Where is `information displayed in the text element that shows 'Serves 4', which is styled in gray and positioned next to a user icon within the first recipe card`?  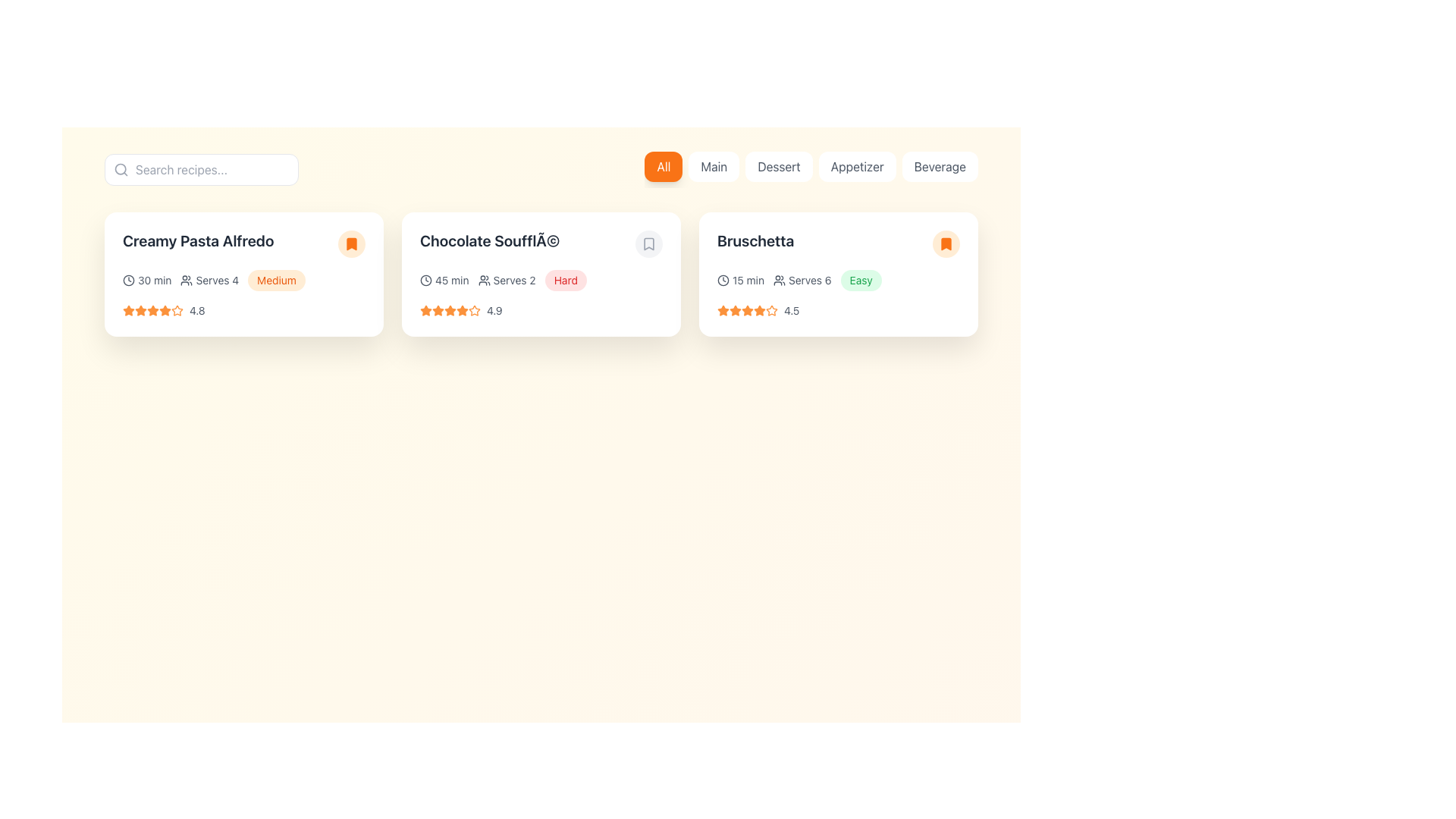
information displayed in the text element that shows 'Serves 4', which is styled in gray and positioned next to a user icon within the first recipe card is located at coordinates (216, 281).